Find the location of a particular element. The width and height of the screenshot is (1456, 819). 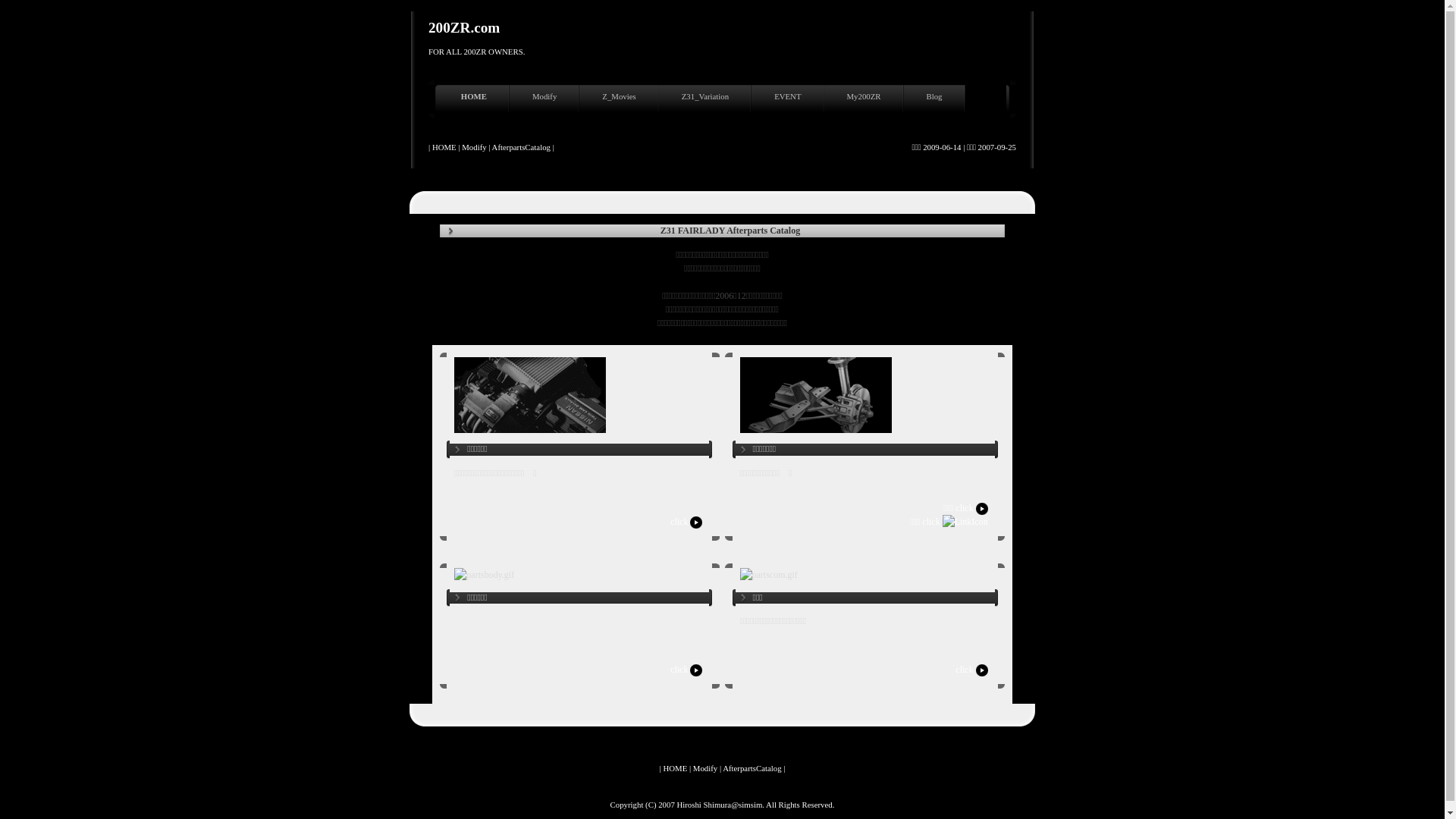

'click' is located at coordinates (686, 669).